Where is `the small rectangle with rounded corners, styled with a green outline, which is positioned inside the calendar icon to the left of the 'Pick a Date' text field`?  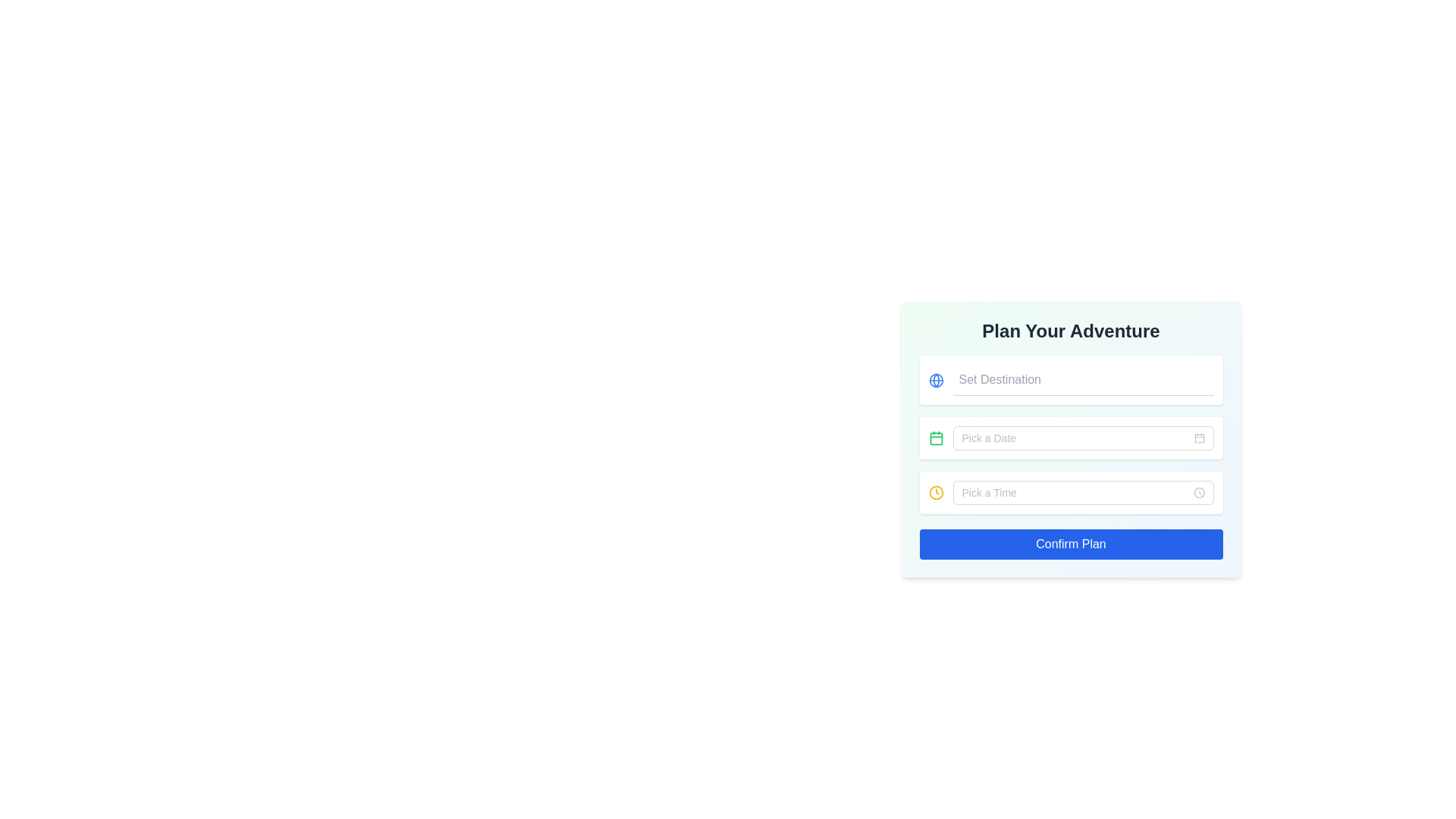 the small rectangle with rounded corners, styled with a green outline, which is positioned inside the calendar icon to the left of the 'Pick a Date' text field is located at coordinates (935, 438).